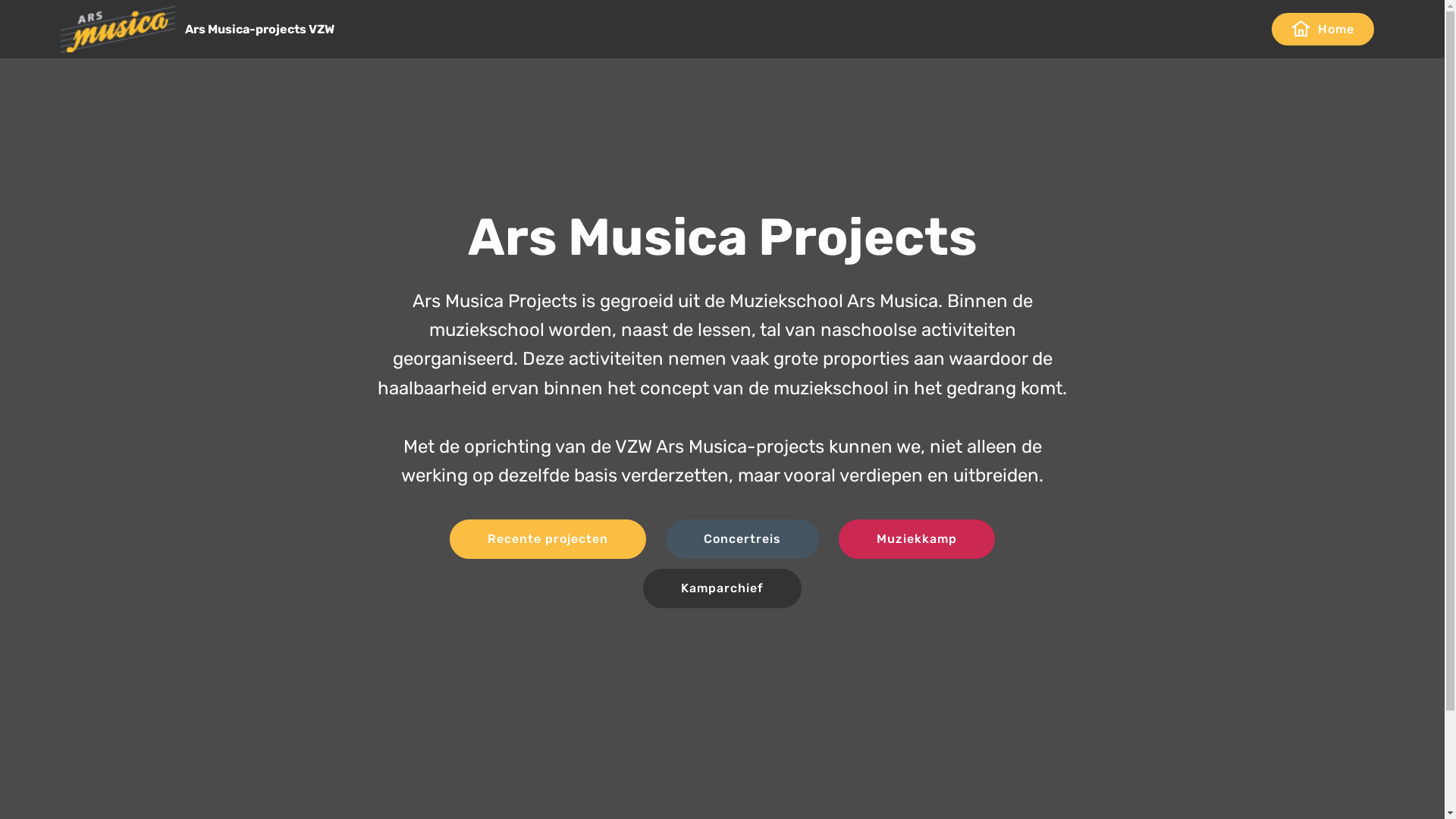 The width and height of the screenshot is (1456, 819). What do you see at coordinates (721, 587) in the screenshot?
I see `'Kamparchief'` at bounding box center [721, 587].